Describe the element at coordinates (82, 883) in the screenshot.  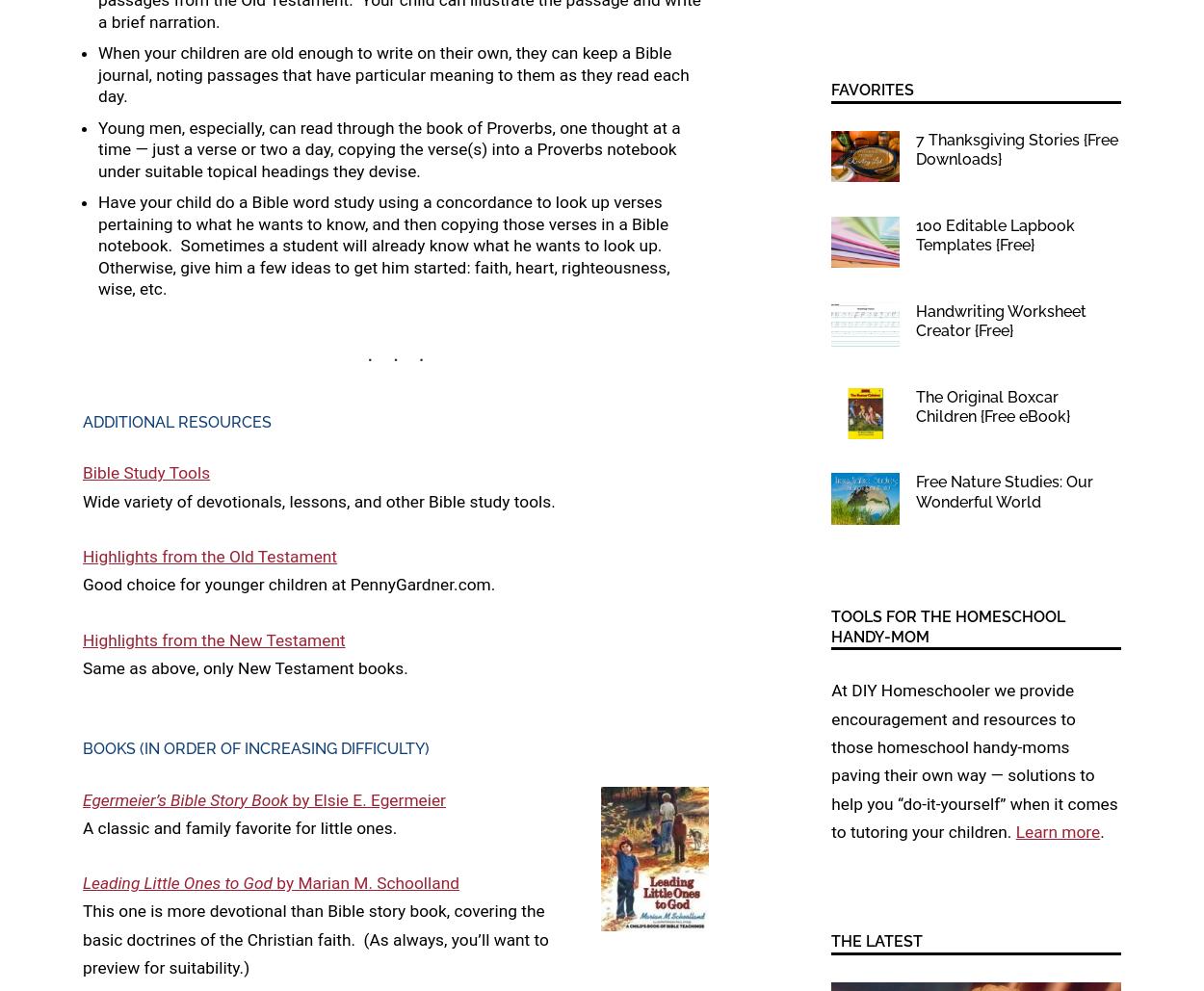
I see `'Leading Little Ones to God'` at that location.